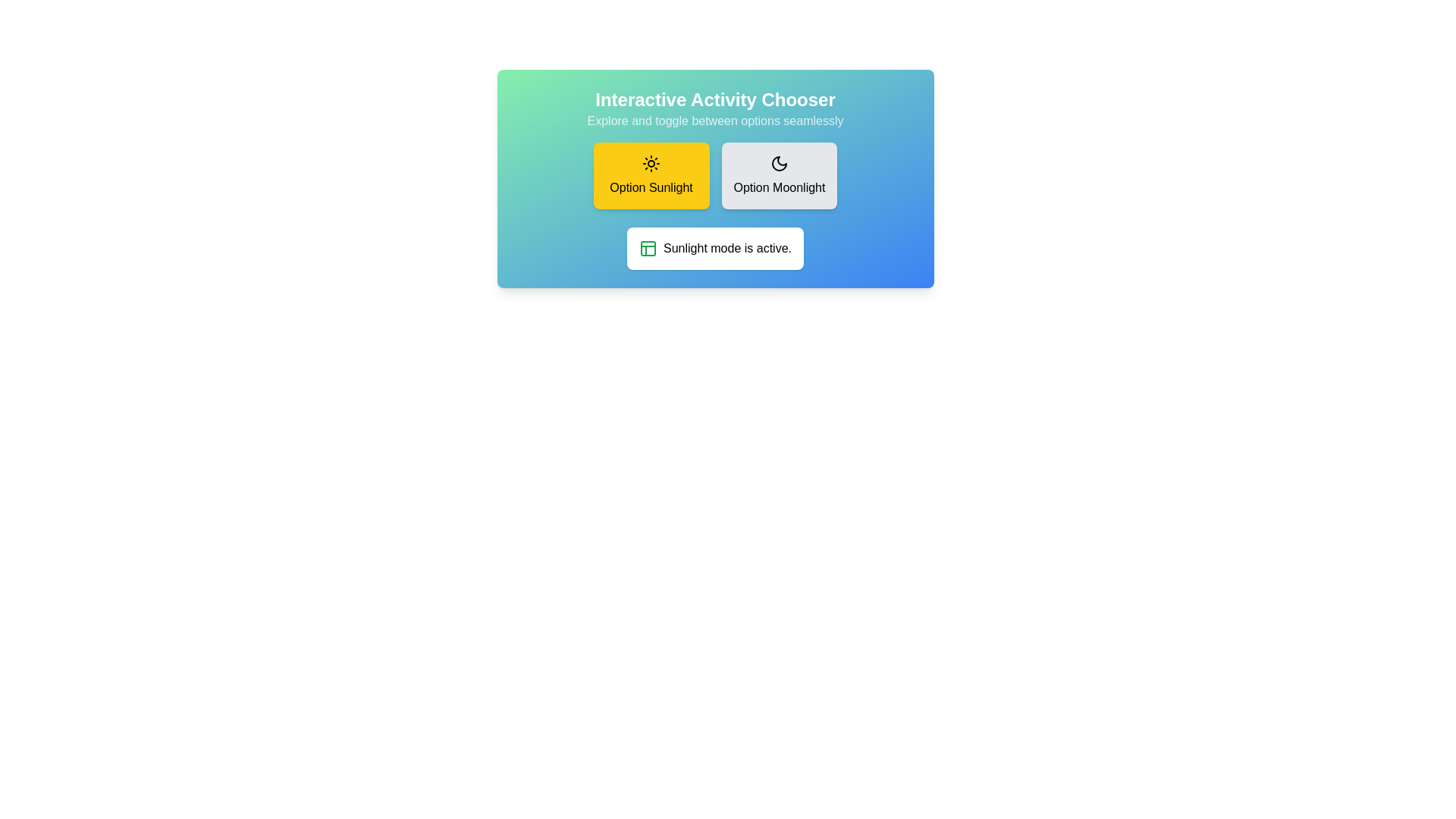  Describe the element at coordinates (648, 247) in the screenshot. I see `the top-left rounded rectangle within the SVG graphic representing the 'Sunlight mode is active' panel` at that location.